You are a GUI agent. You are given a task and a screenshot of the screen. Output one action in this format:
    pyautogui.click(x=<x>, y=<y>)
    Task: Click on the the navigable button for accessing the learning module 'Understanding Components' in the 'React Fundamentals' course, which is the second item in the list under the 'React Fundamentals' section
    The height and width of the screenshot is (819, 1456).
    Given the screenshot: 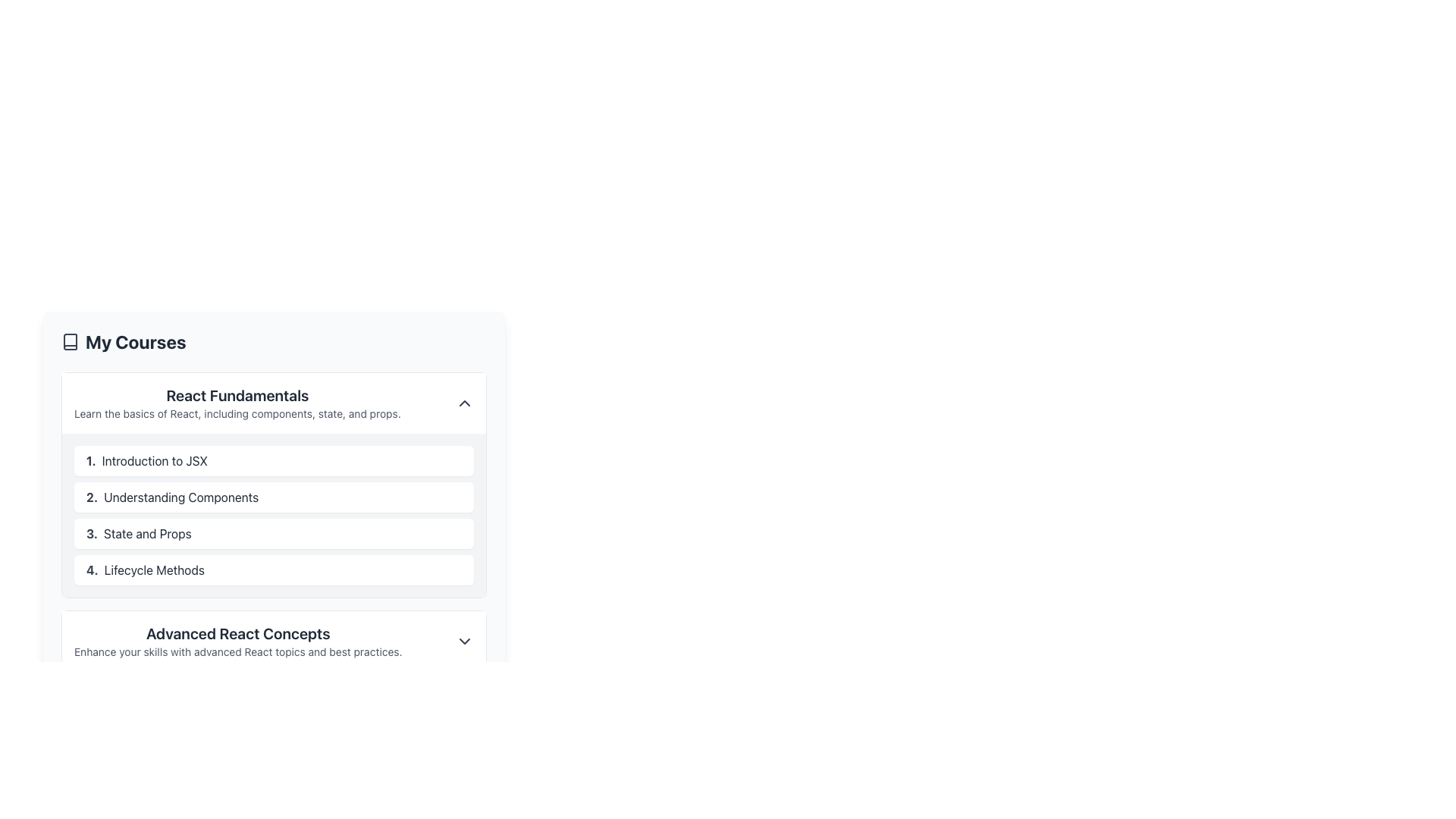 What is the action you would take?
    pyautogui.click(x=274, y=497)
    